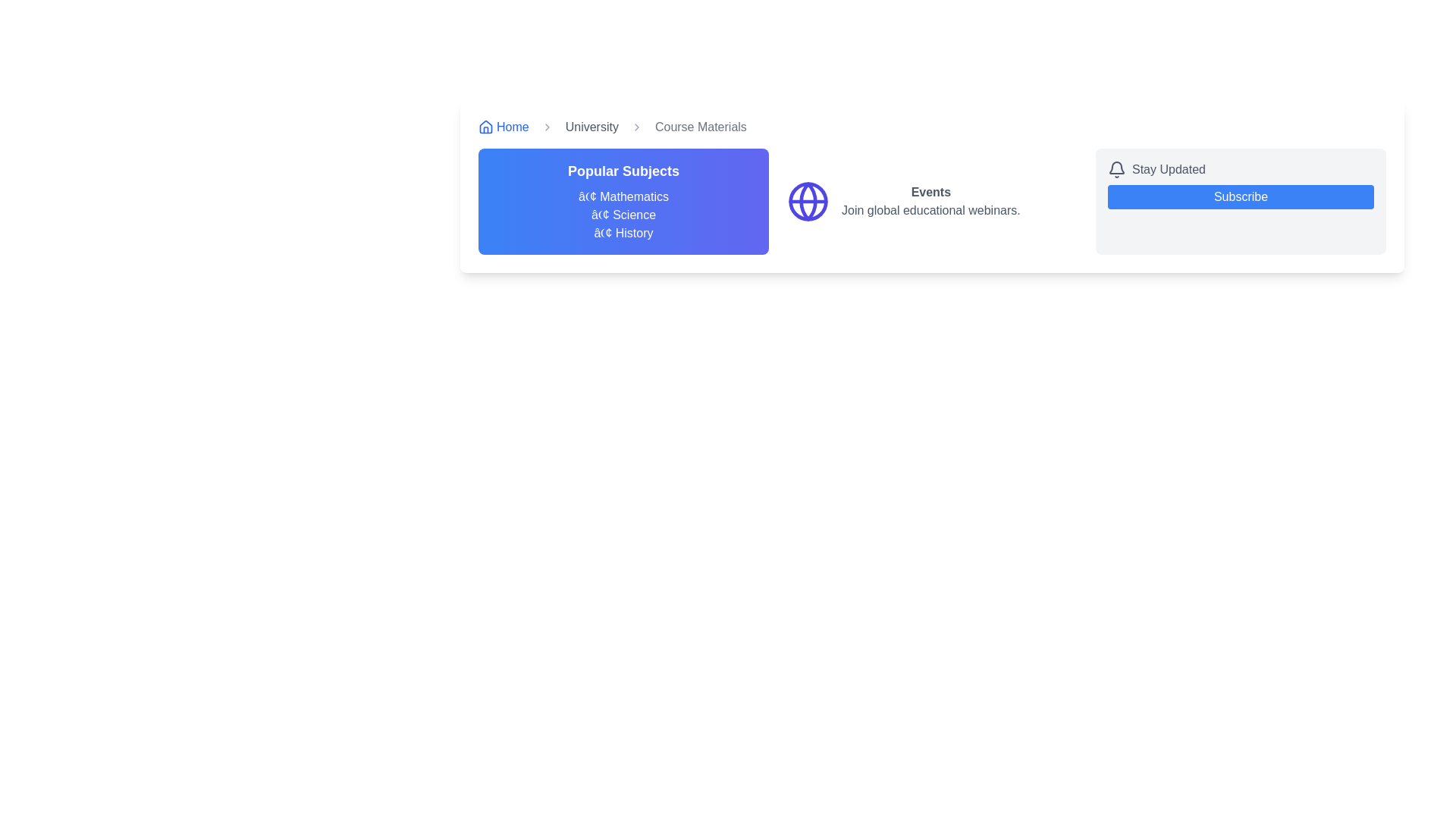 This screenshot has height=819, width=1456. What do you see at coordinates (807, 201) in the screenshot?
I see `the decorative circle element representing a globe, located within the globe icon next to the 'Popular Subjects' card and 'Events: Join global educational webinars' text` at bounding box center [807, 201].